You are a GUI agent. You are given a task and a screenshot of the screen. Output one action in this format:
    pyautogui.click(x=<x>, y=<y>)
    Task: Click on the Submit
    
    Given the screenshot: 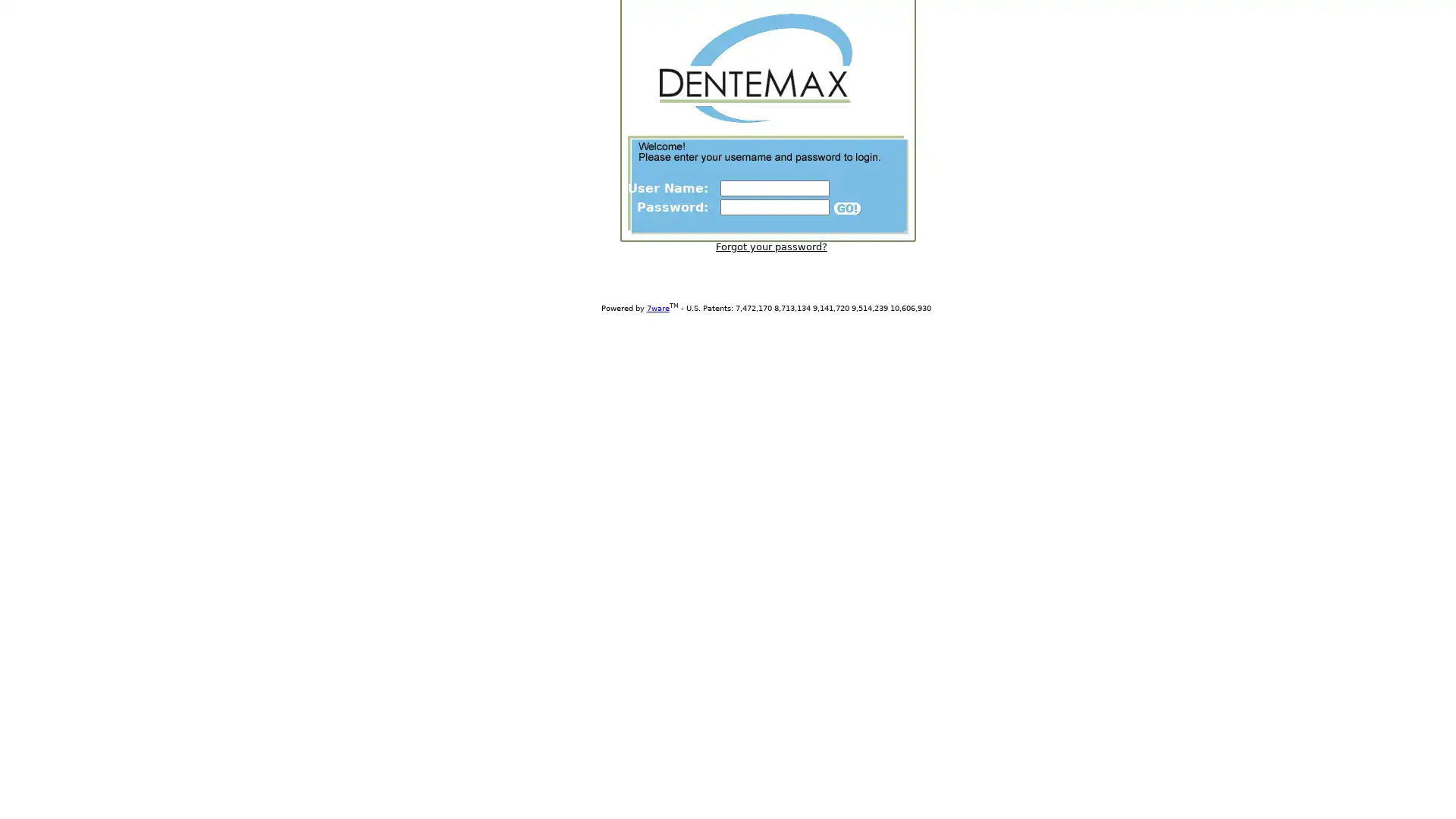 What is the action you would take?
    pyautogui.click(x=847, y=207)
    